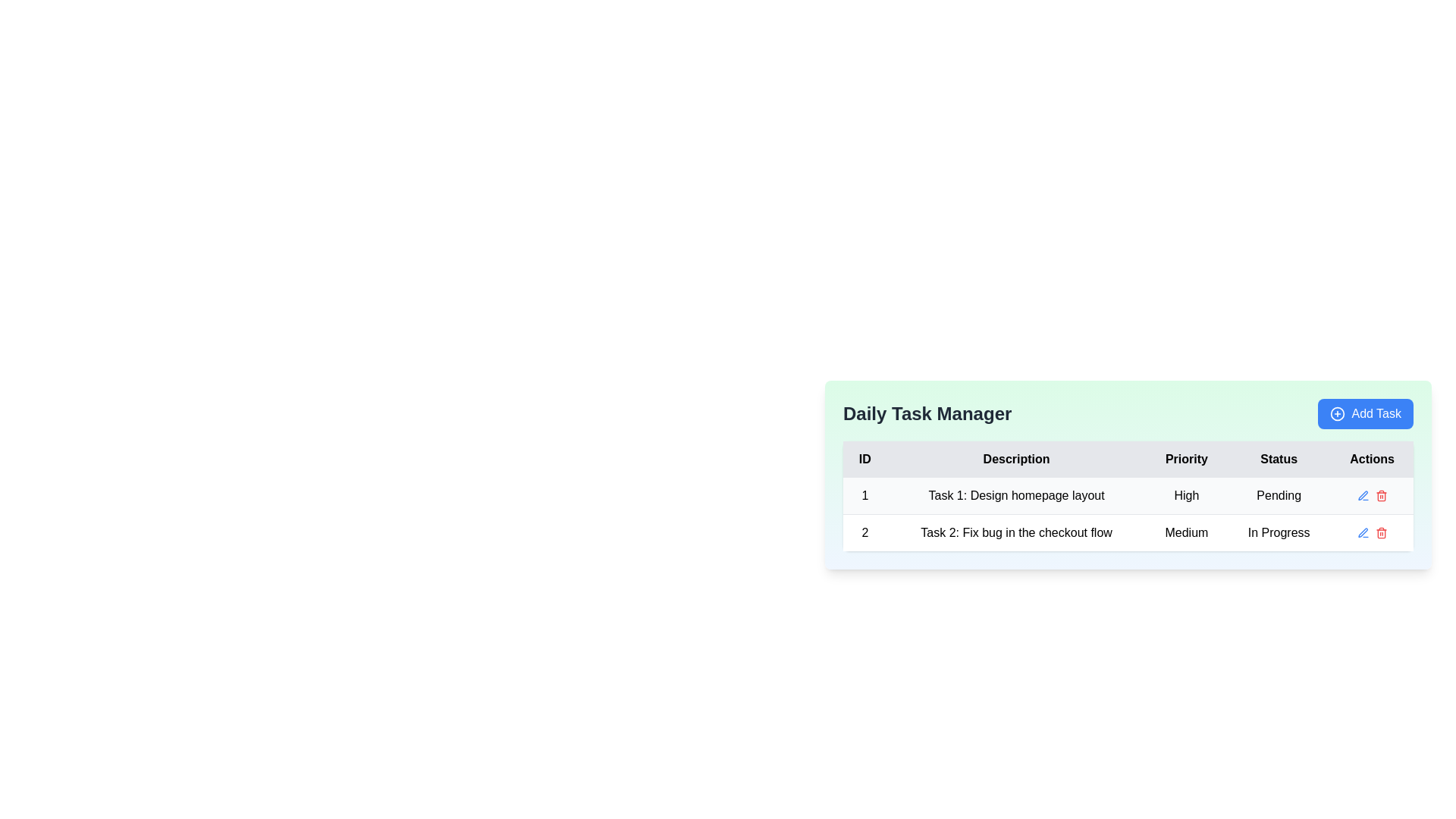 The image size is (1456, 819). Describe the element at coordinates (1128, 513) in the screenshot. I see `the table displaying the list of tasks in the 'Daily Task Manager' section` at that location.